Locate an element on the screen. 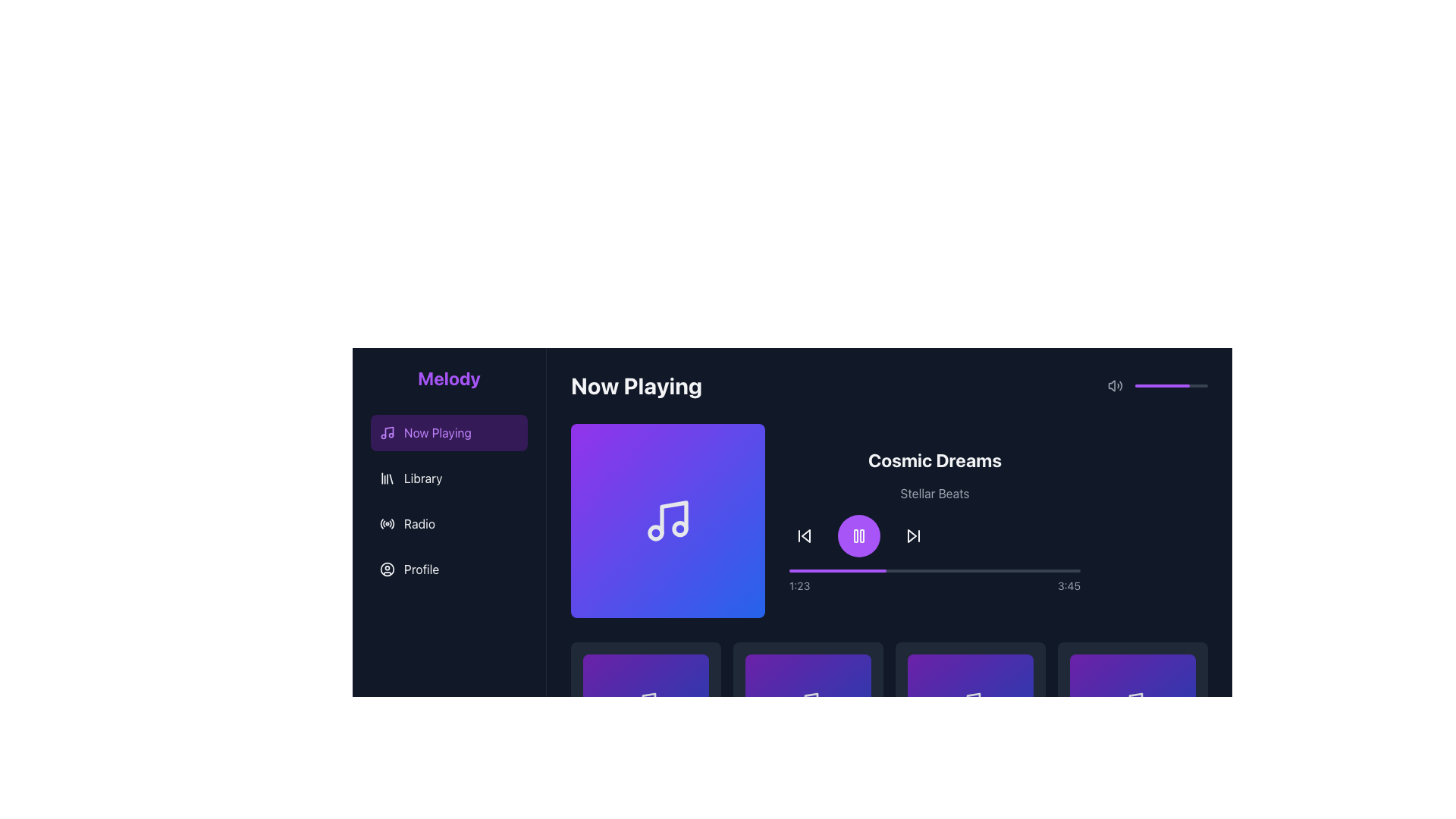 The width and height of the screenshot is (1456, 819). the slider is located at coordinates (1191, 385).